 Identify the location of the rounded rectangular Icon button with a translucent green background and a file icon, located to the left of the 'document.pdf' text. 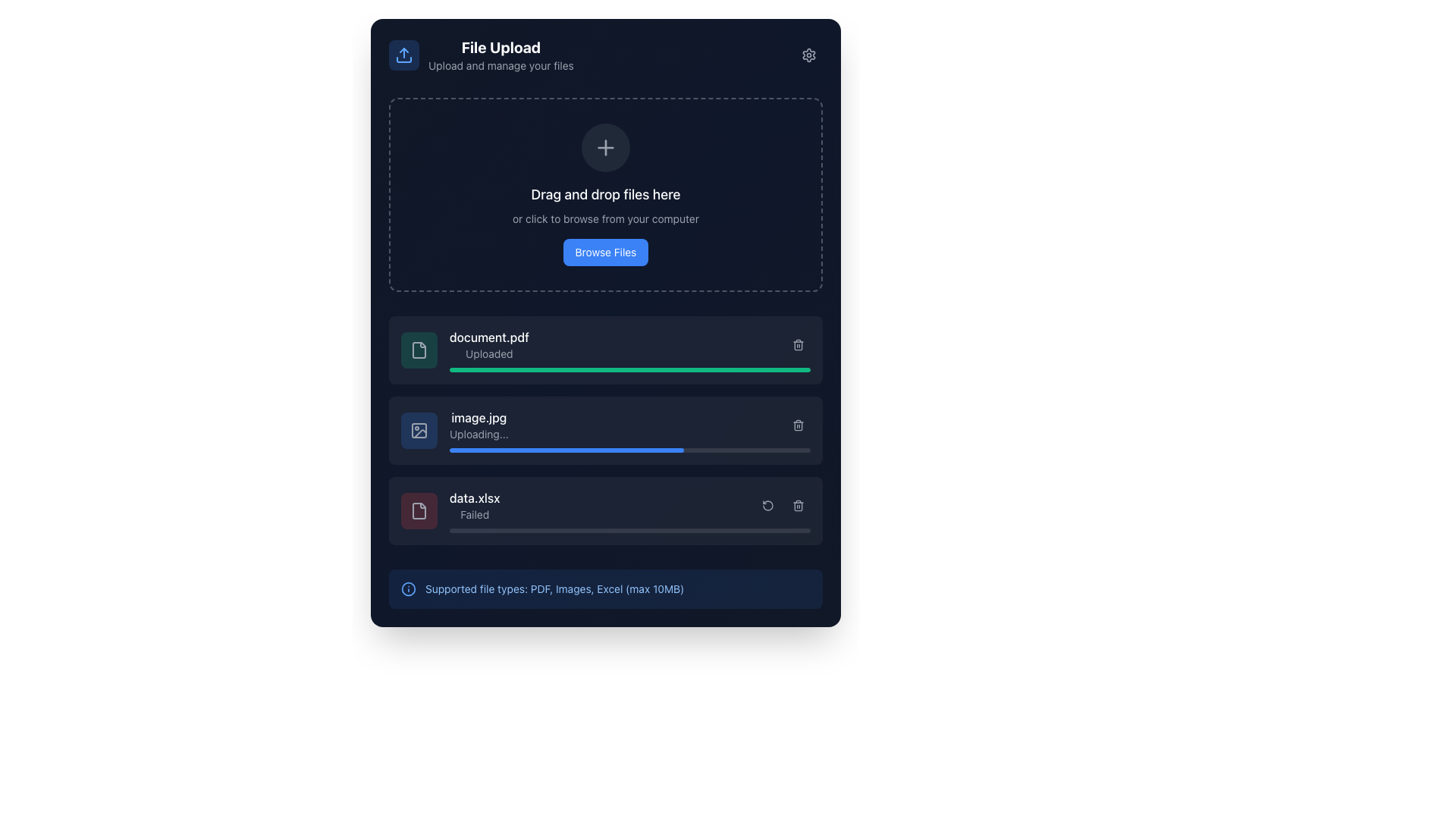
(419, 350).